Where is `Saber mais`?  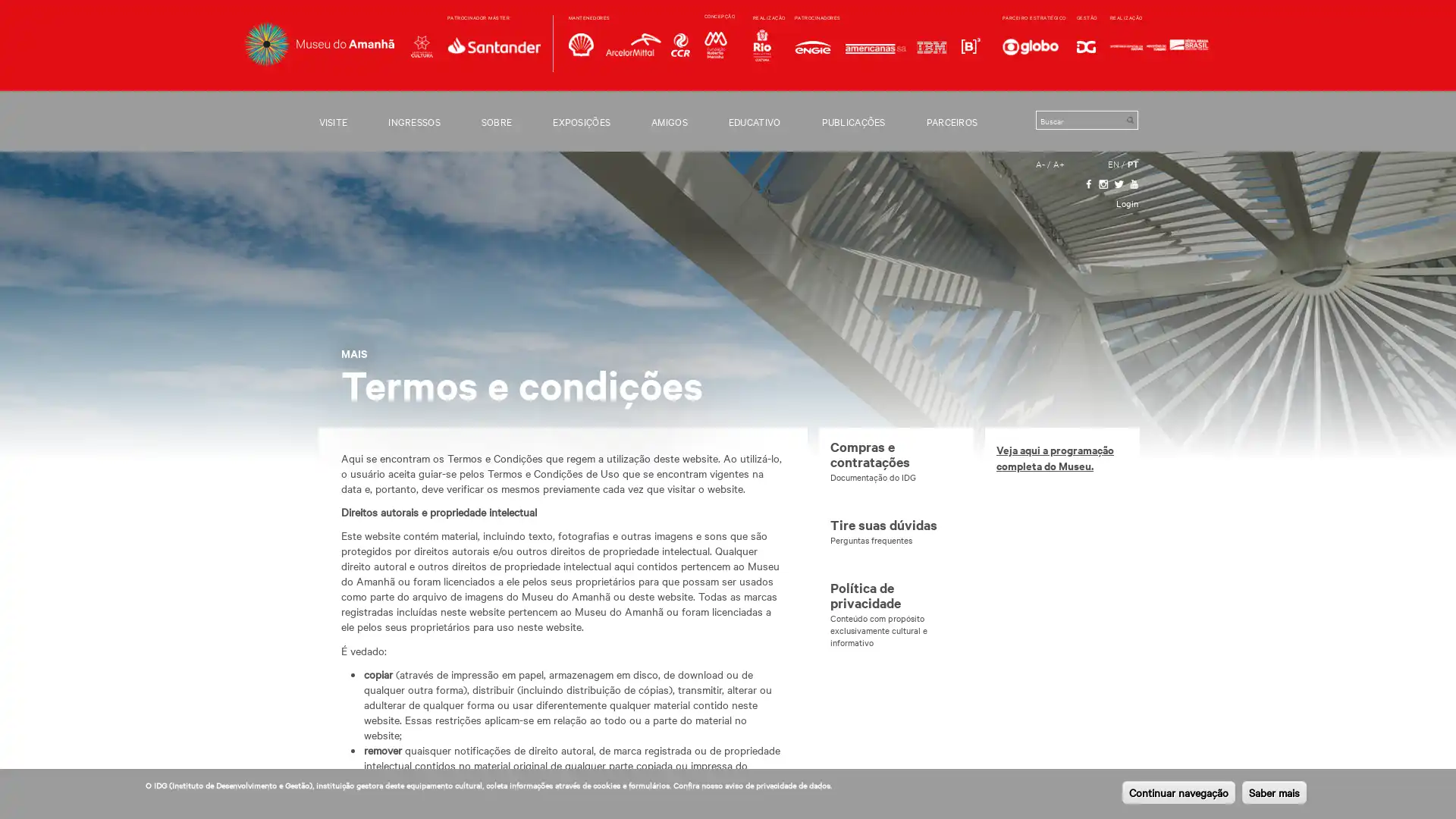 Saber mais is located at coordinates (1274, 792).